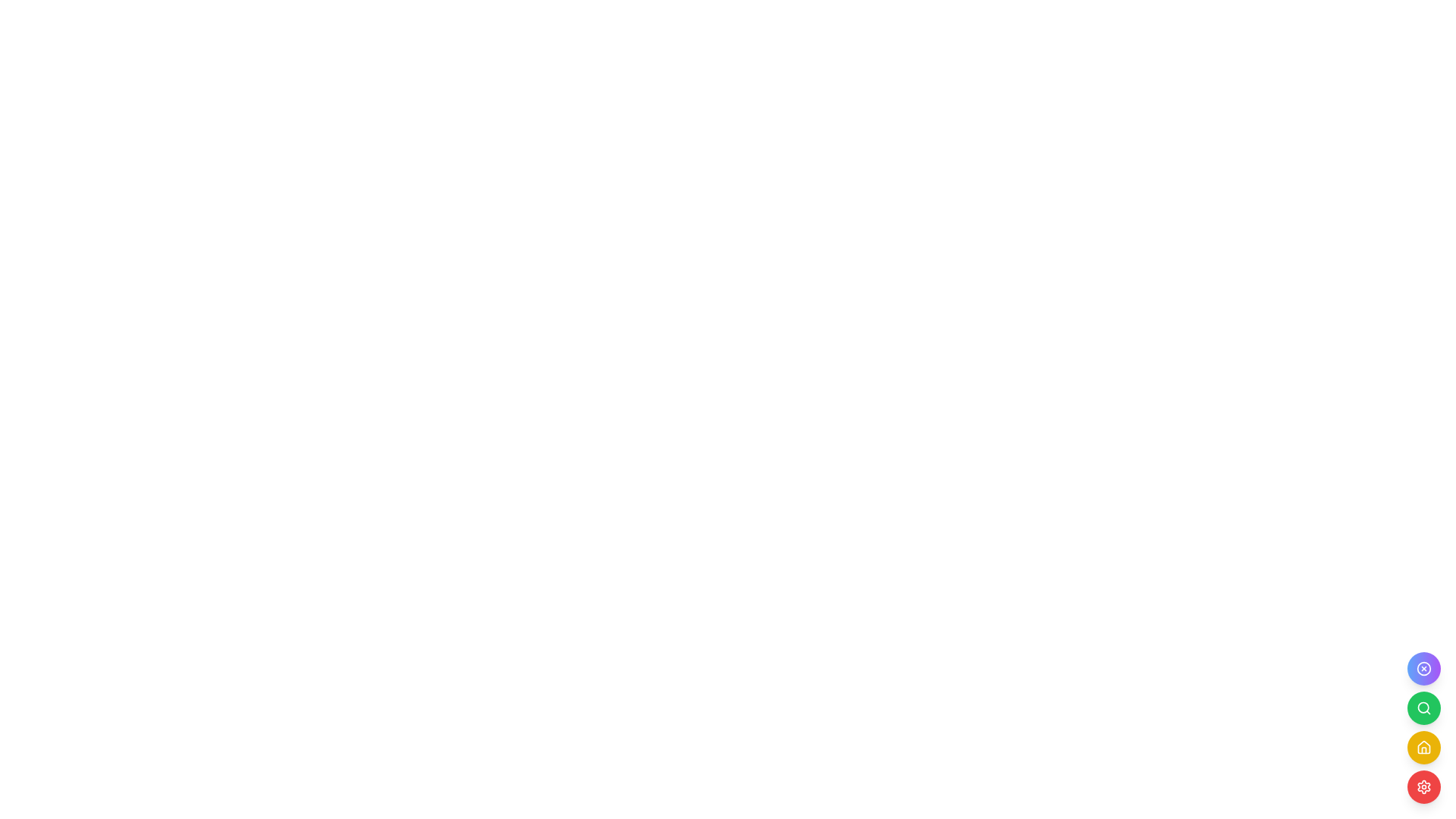 The height and width of the screenshot is (819, 1456). I want to click on the green circular search button with a magnifying glass icon, so click(1423, 708).